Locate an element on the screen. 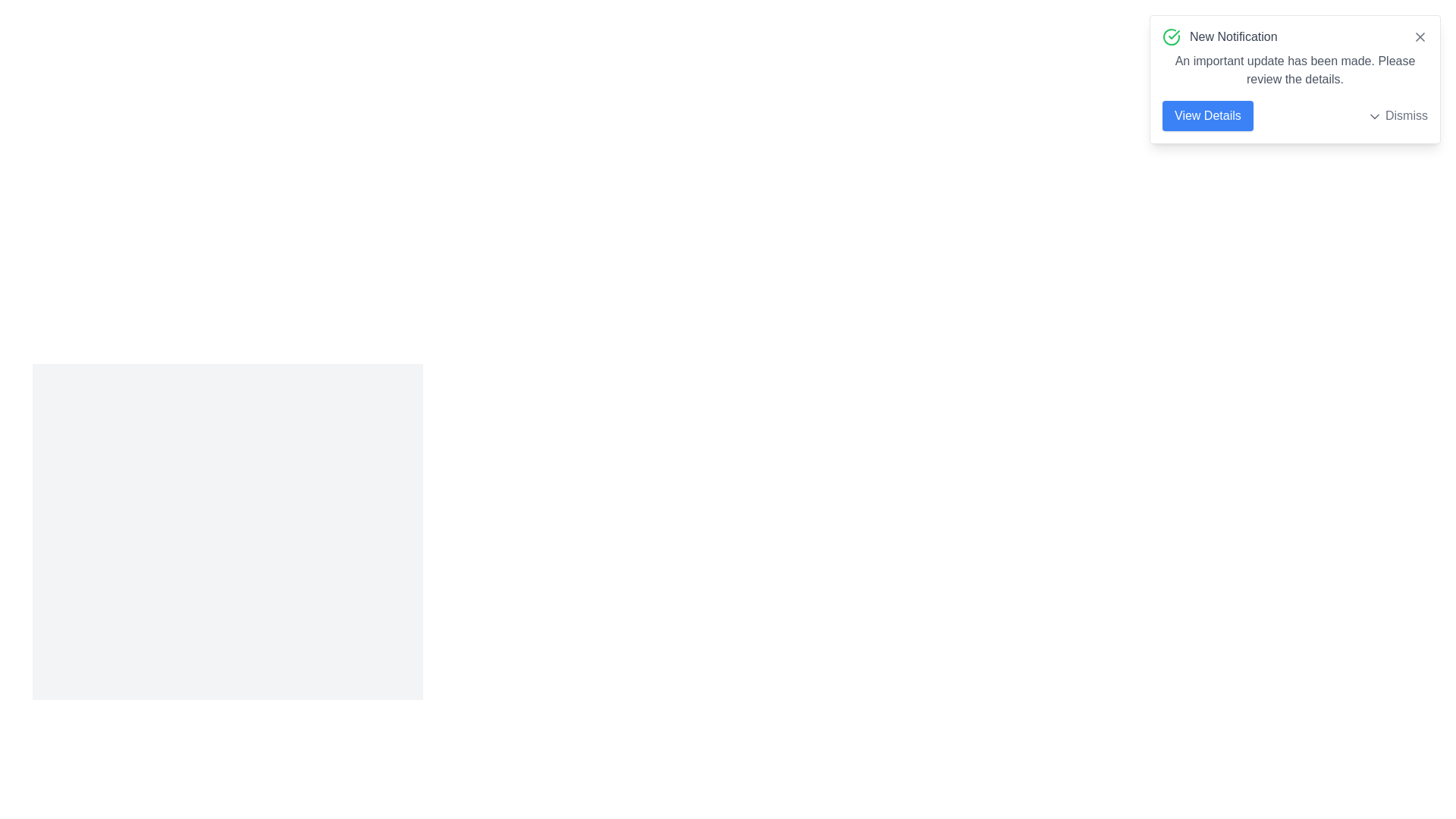  the 'View Details' button is located at coordinates (1207, 115).